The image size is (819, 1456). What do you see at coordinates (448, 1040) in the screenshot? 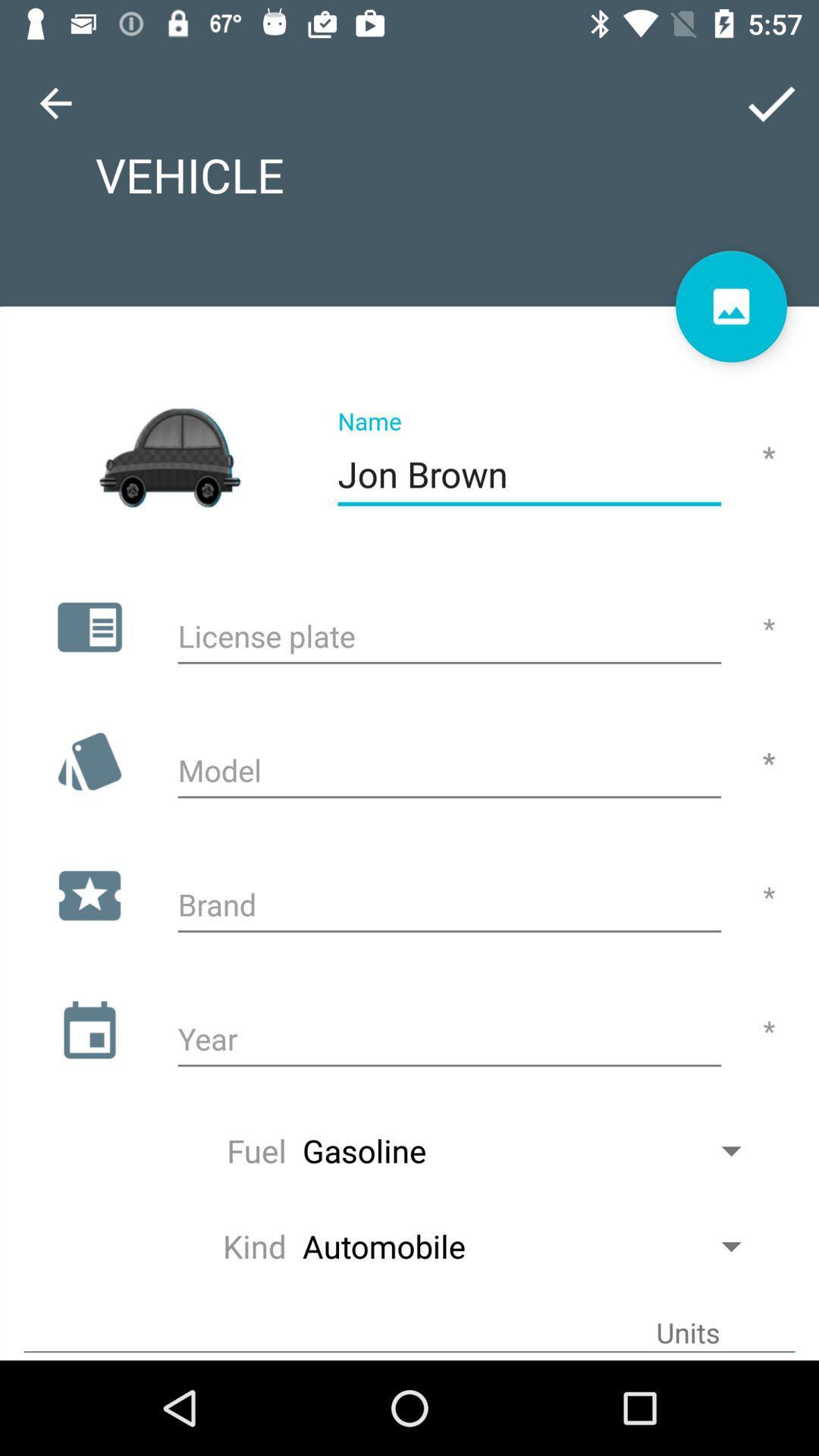
I see `text` at bounding box center [448, 1040].